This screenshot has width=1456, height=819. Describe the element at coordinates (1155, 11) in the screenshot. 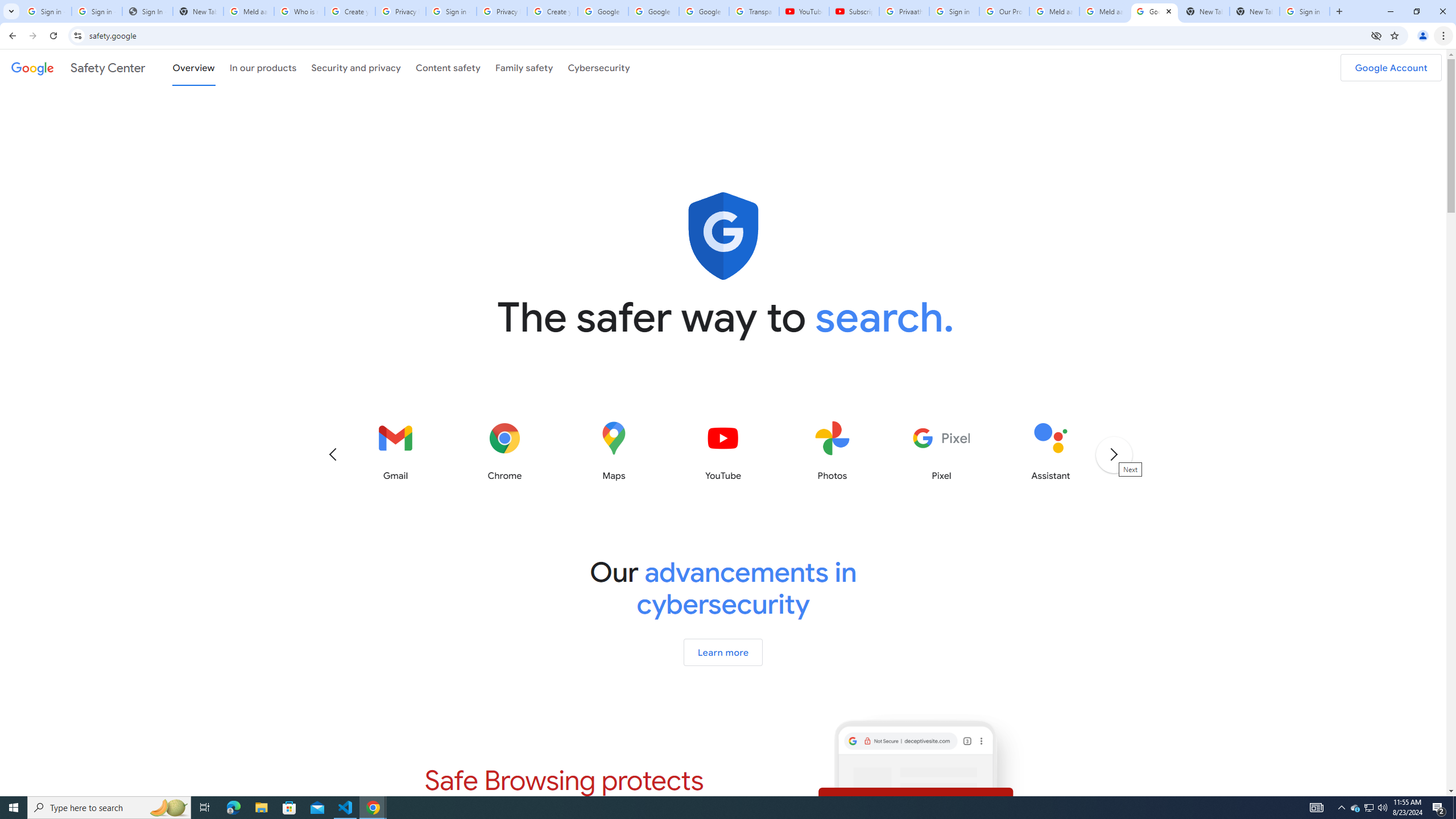

I see `'Google Safety Center - Stay Safer Online'` at that location.